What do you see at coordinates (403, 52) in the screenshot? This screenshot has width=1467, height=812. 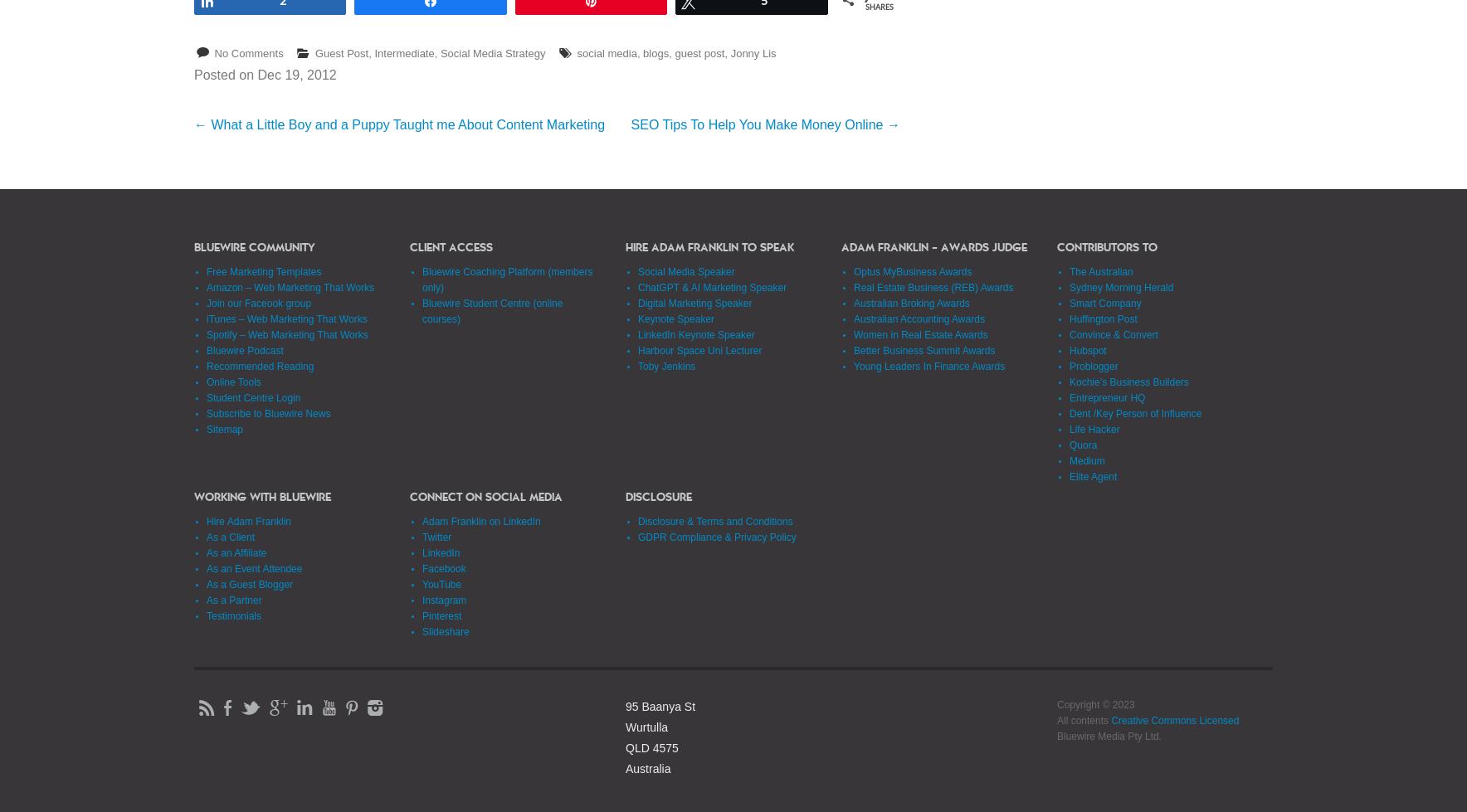 I see `'Intermediate'` at bounding box center [403, 52].